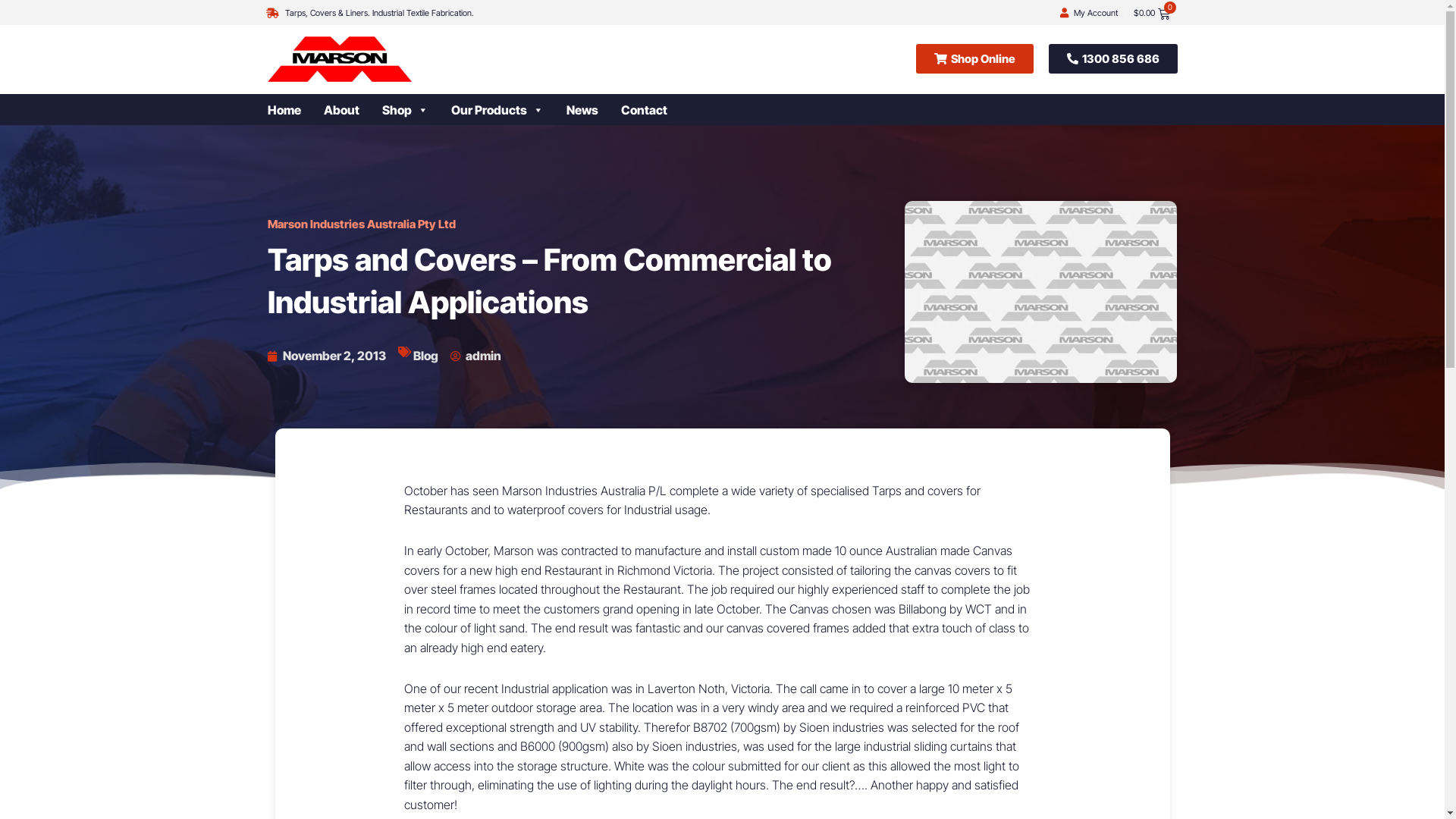 Image resolution: width=1456 pixels, height=819 pixels. I want to click on 'admin', so click(475, 356).